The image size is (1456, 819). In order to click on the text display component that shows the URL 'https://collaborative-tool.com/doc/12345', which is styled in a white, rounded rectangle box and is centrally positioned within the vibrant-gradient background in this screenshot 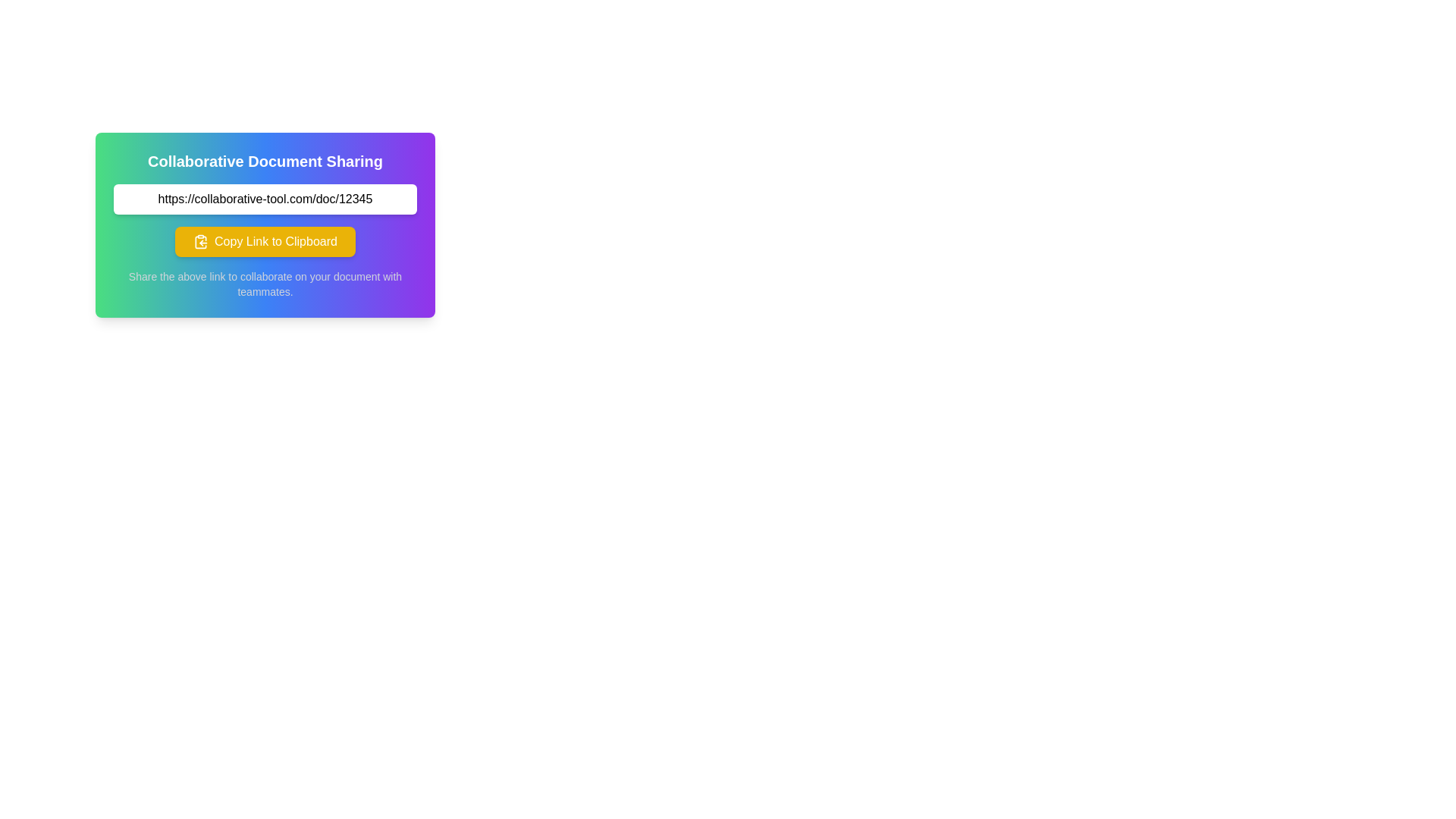, I will do `click(265, 198)`.